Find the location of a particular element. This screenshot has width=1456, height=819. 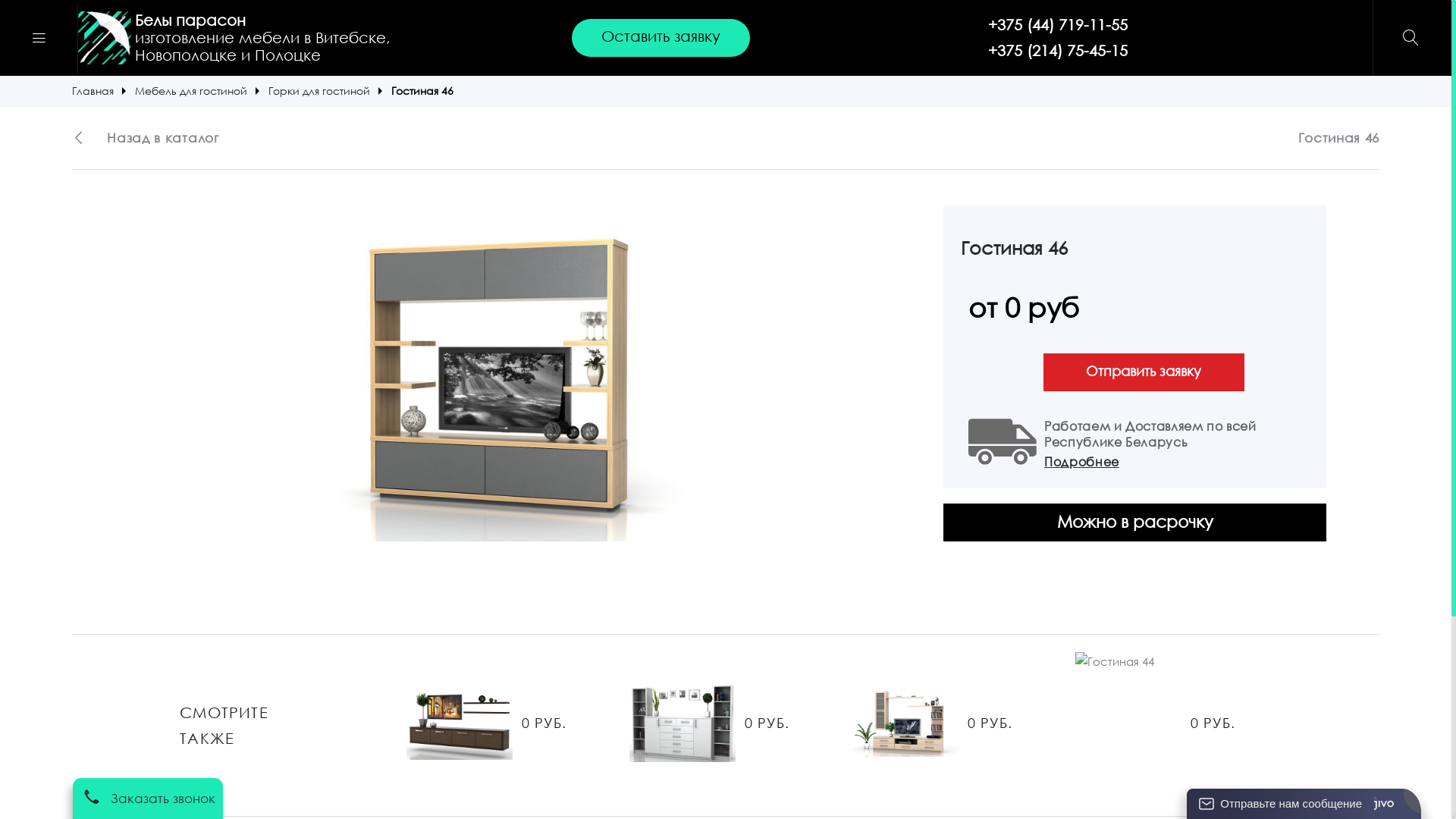

'+375 (214) 75-45-15' is located at coordinates (1057, 49).